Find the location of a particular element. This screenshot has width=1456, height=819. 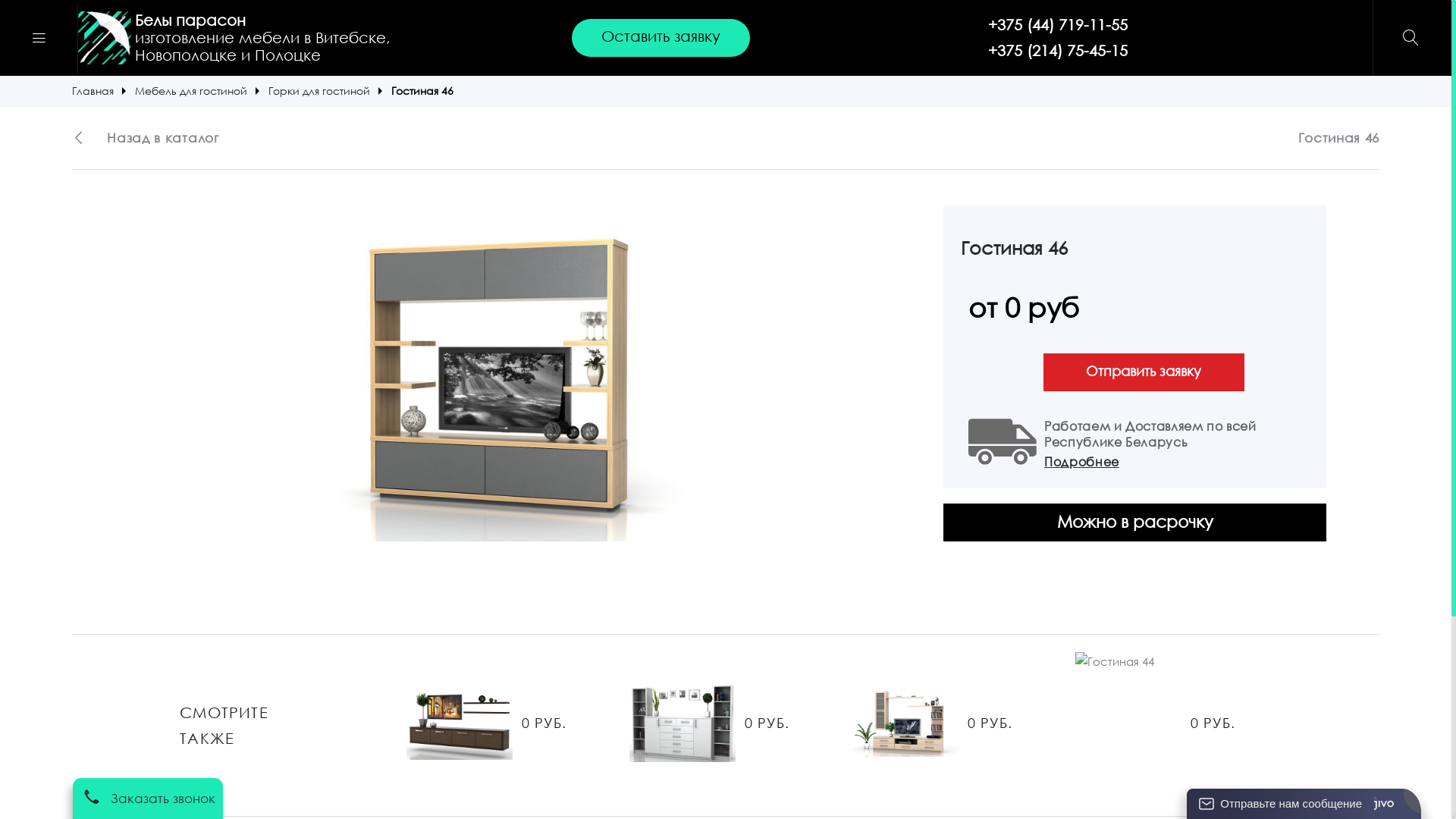

'+375 (214) 75-45-15' is located at coordinates (1057, 49).